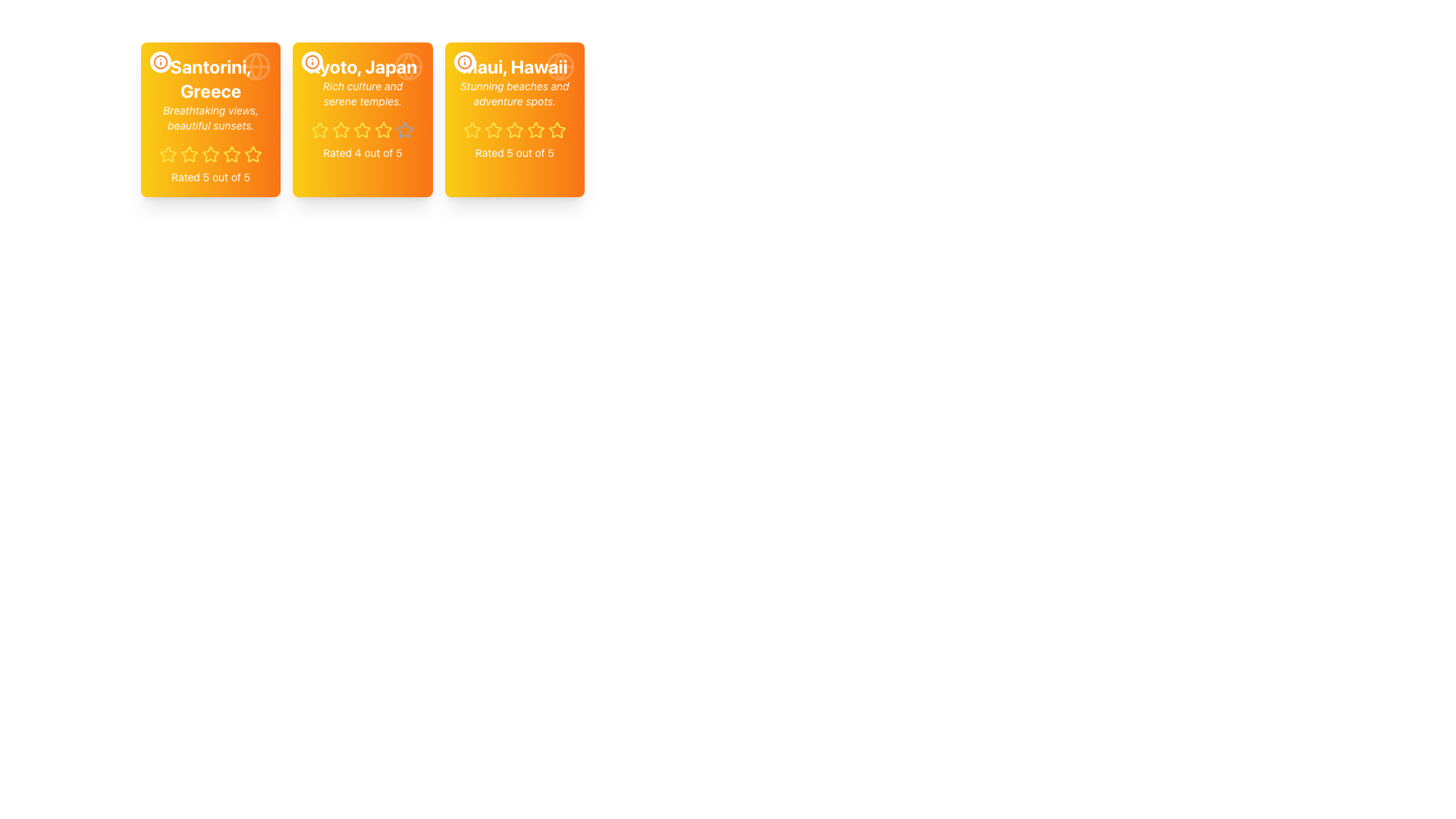  I want to click on the fourth star-shaped rating icon filled with golden yellow color, located within the 'Kyoto, Japan' card, so click(362, 130).